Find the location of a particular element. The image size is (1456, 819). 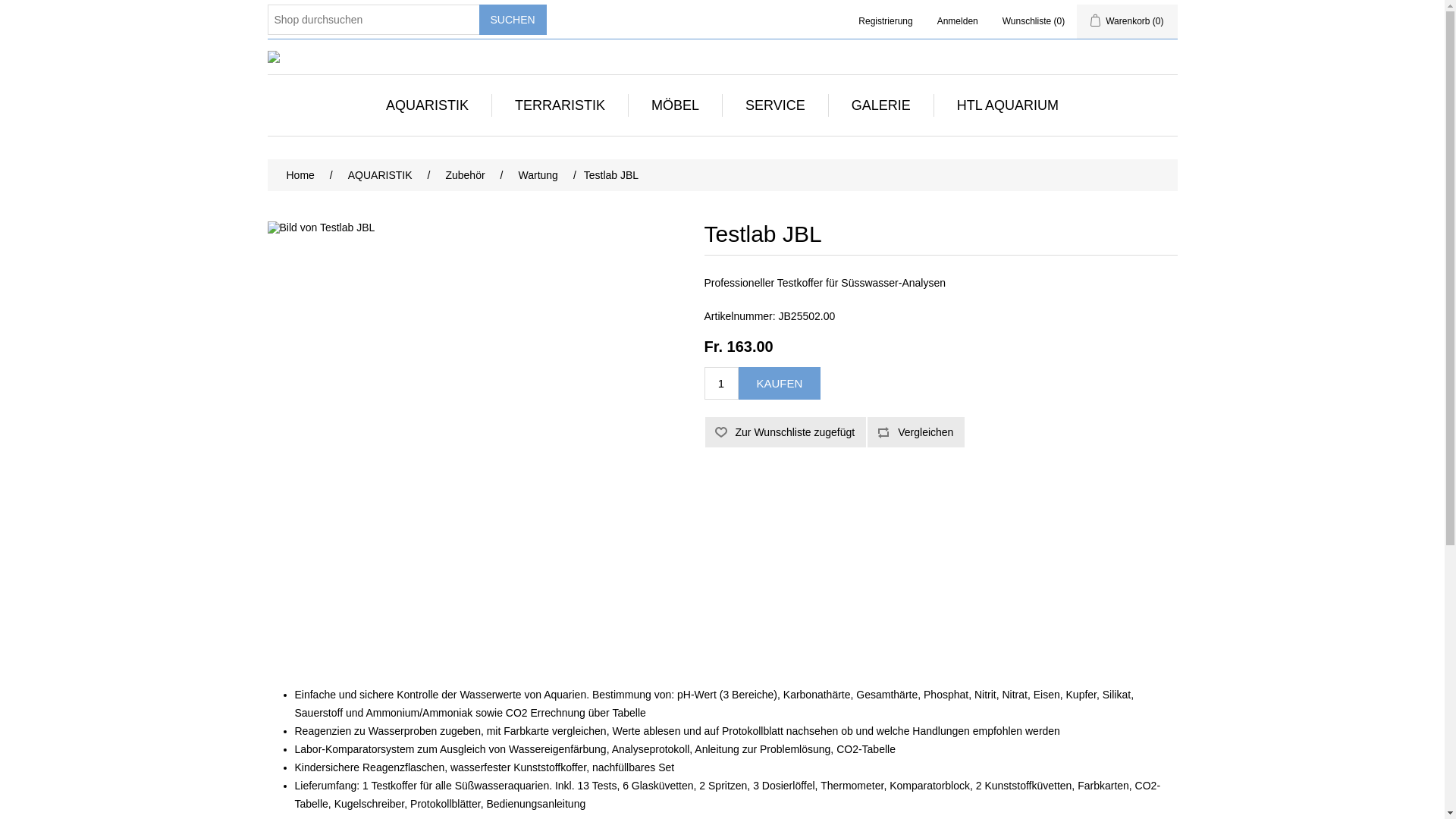

'Suchen' is located at coordinates (479, 20).